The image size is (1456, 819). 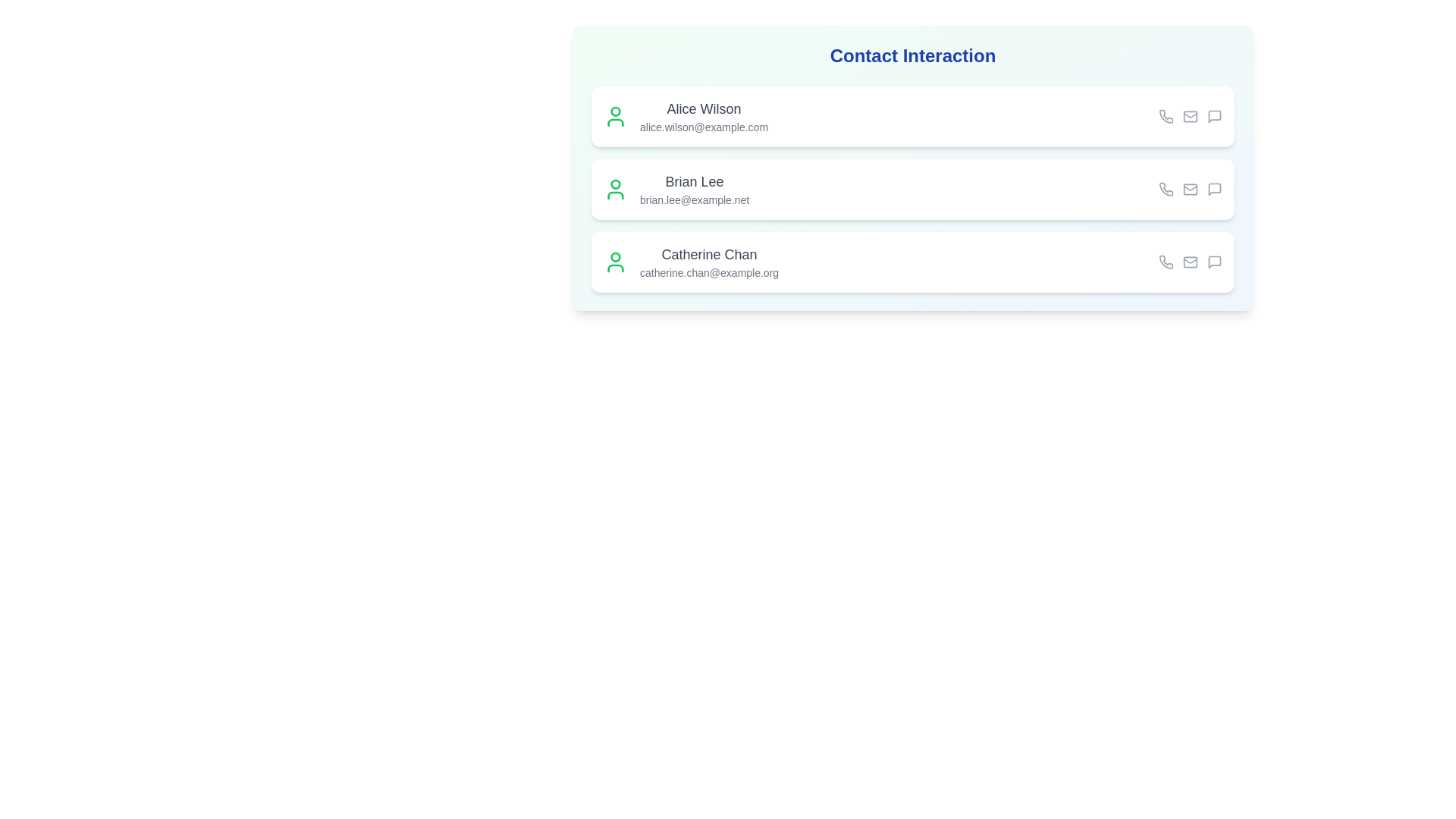 I want to click on the contact Alice Wilson by clicking on their list item, so click(x=912, y=116).